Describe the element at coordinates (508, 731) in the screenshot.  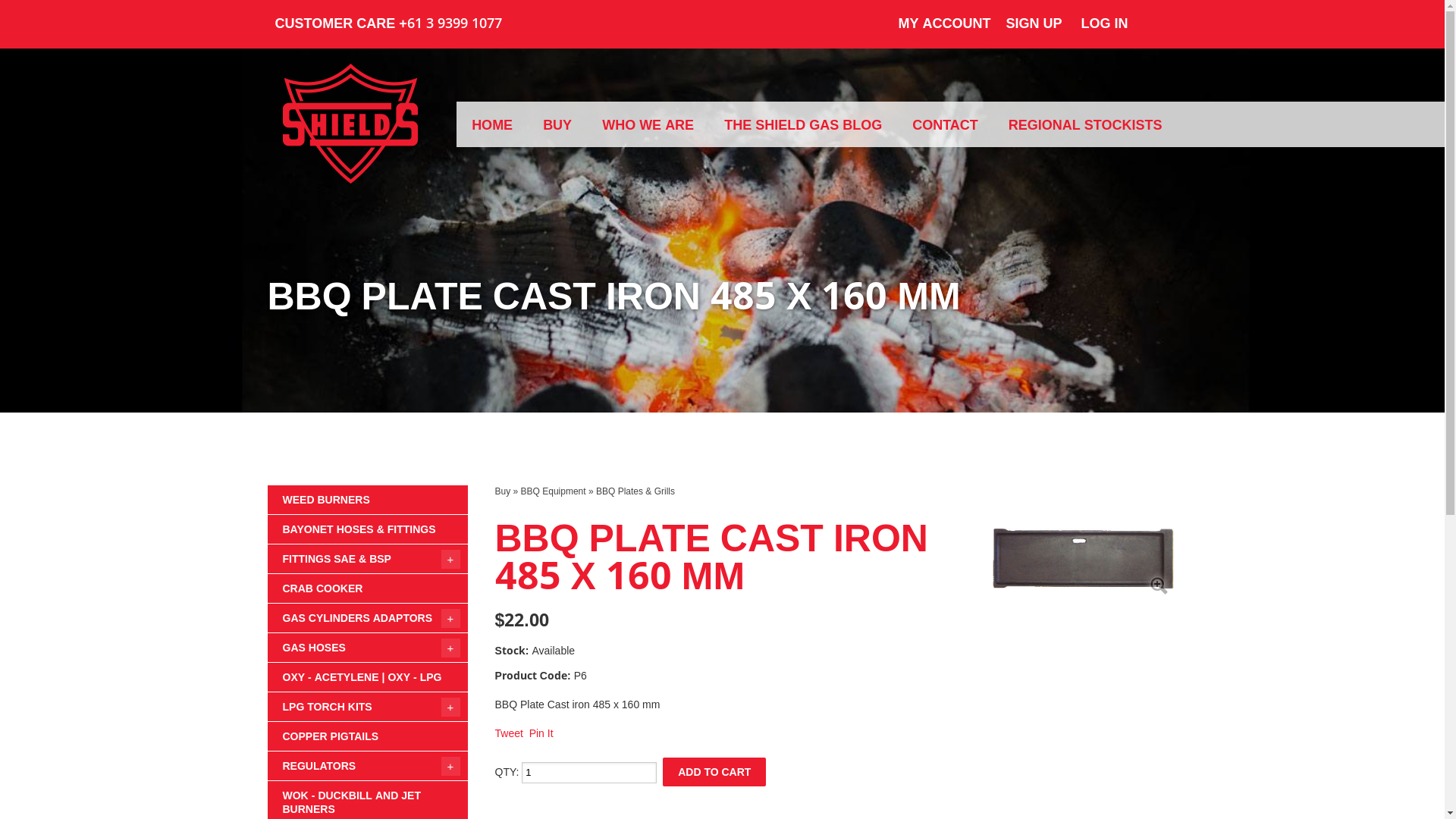
I see `'Tweet'` at that location.